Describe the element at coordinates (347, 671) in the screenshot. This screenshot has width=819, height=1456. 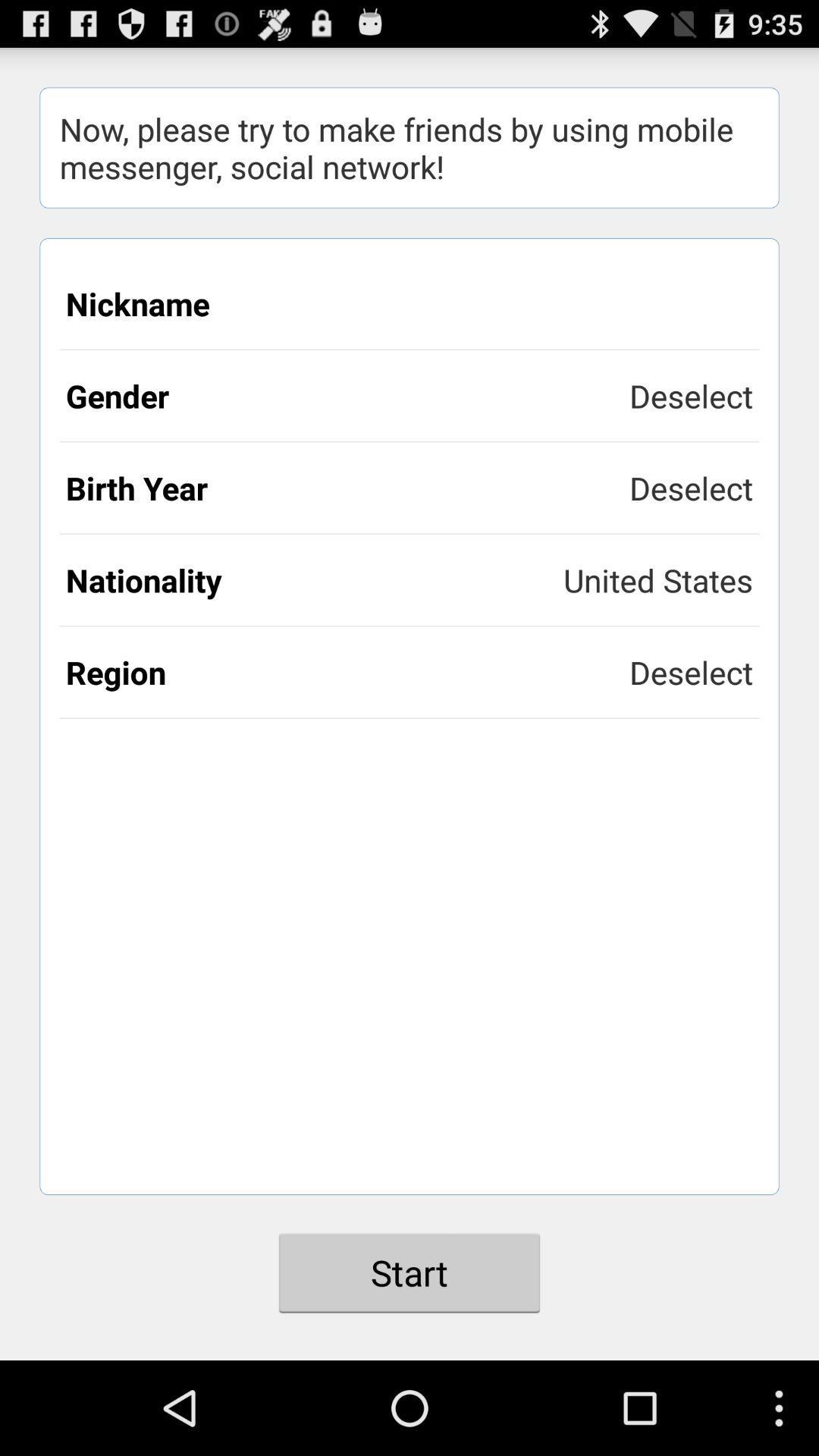
I see `the app below the nationality item` at that location.